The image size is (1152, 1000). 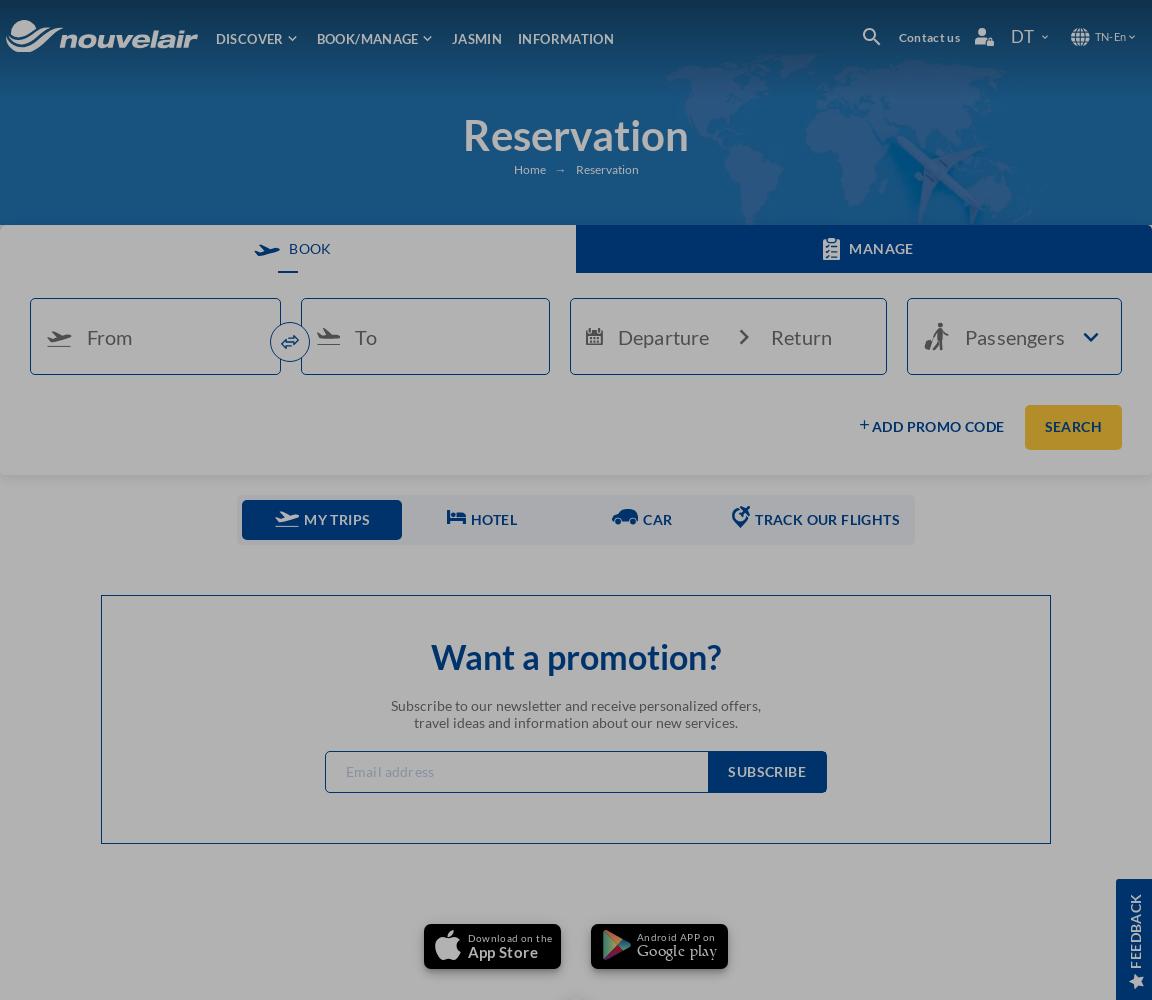 What do you see at coordinates (837, 395) in the screenshot?
I see `'POINTS OF SALES'` at bounding box center [837, 395].